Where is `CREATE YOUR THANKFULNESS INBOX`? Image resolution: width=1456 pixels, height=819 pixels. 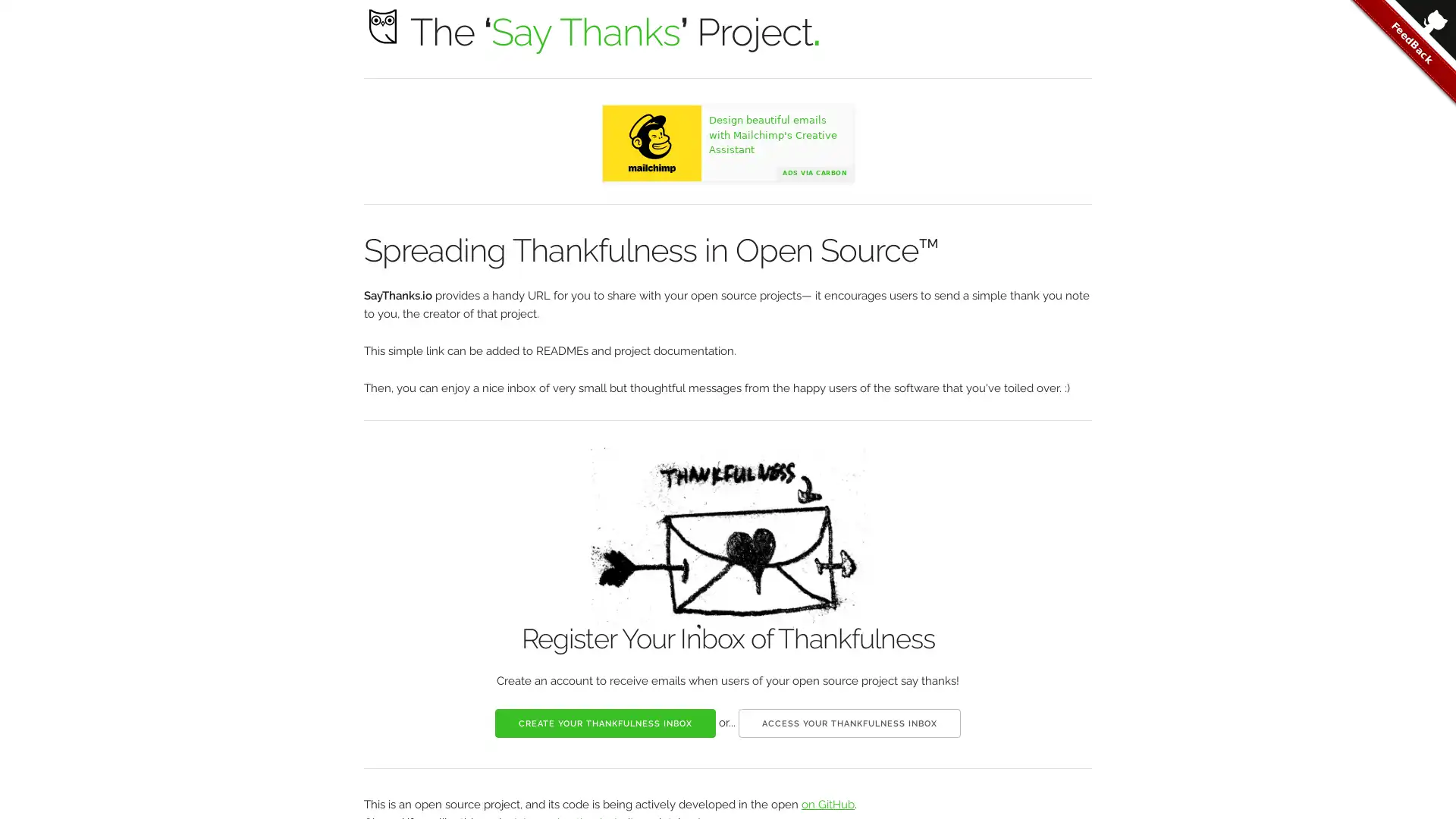 CREATE YOUR THANKFULNESS INBOX is located at coordinates (604, 721).